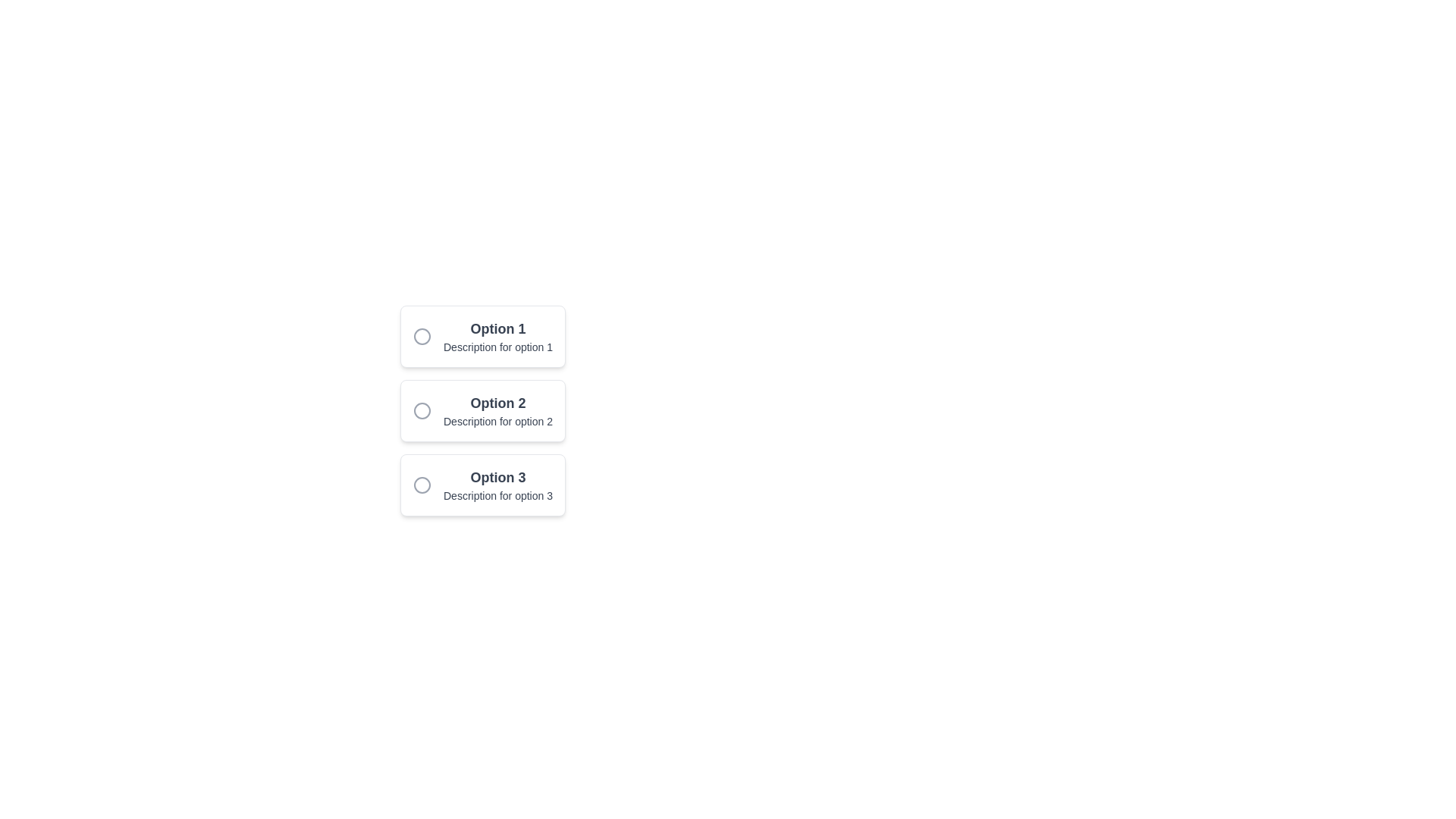  Describe the element at coordinates (422, 411) in the screenshot. I see `the center of the circular selection marker icon, which is part of the selection component labeled 'Option 2'` at that location.